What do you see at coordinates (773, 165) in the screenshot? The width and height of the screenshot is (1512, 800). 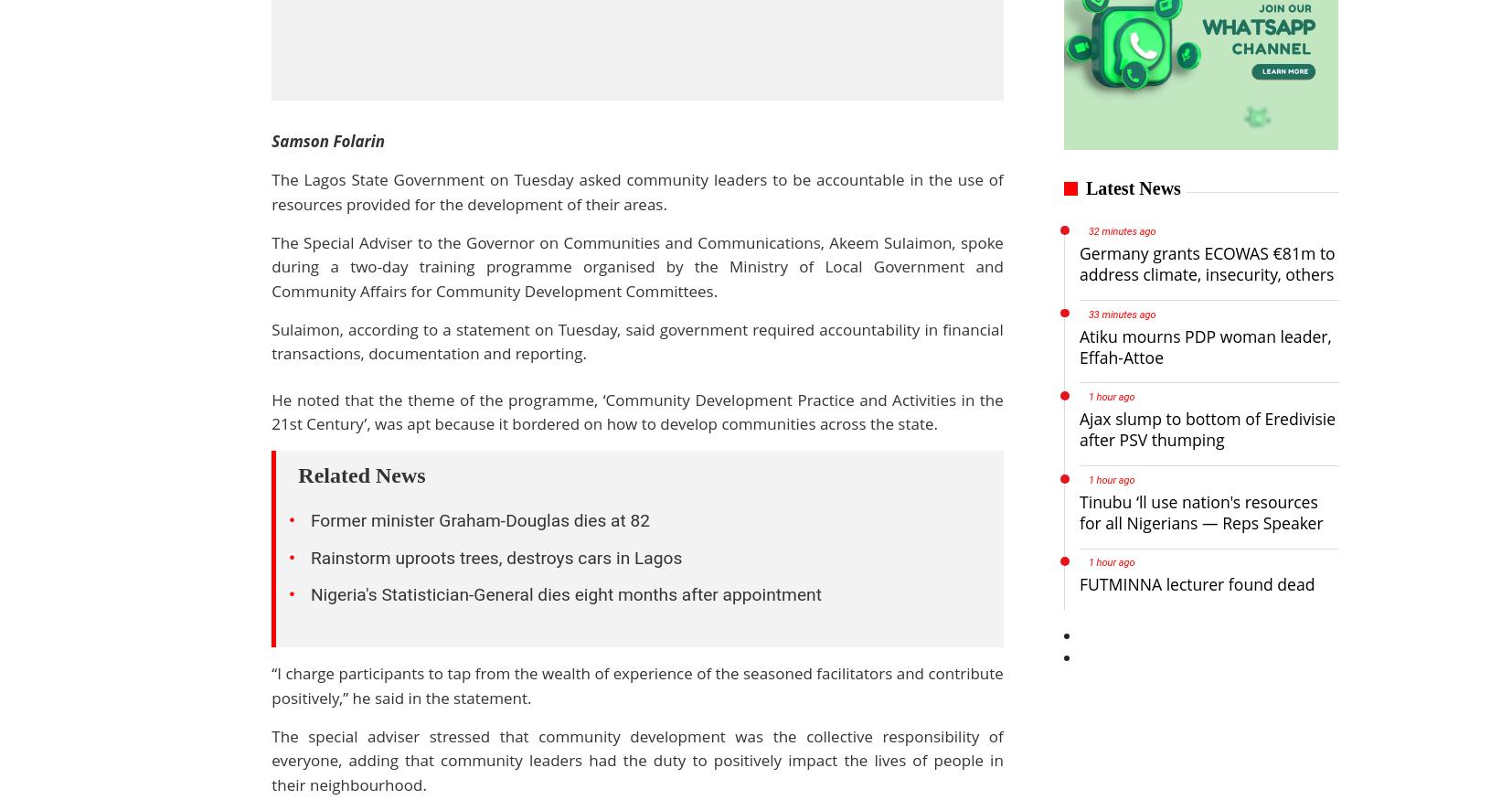 I see `'Join Now'` at bounding box center [773, 165].